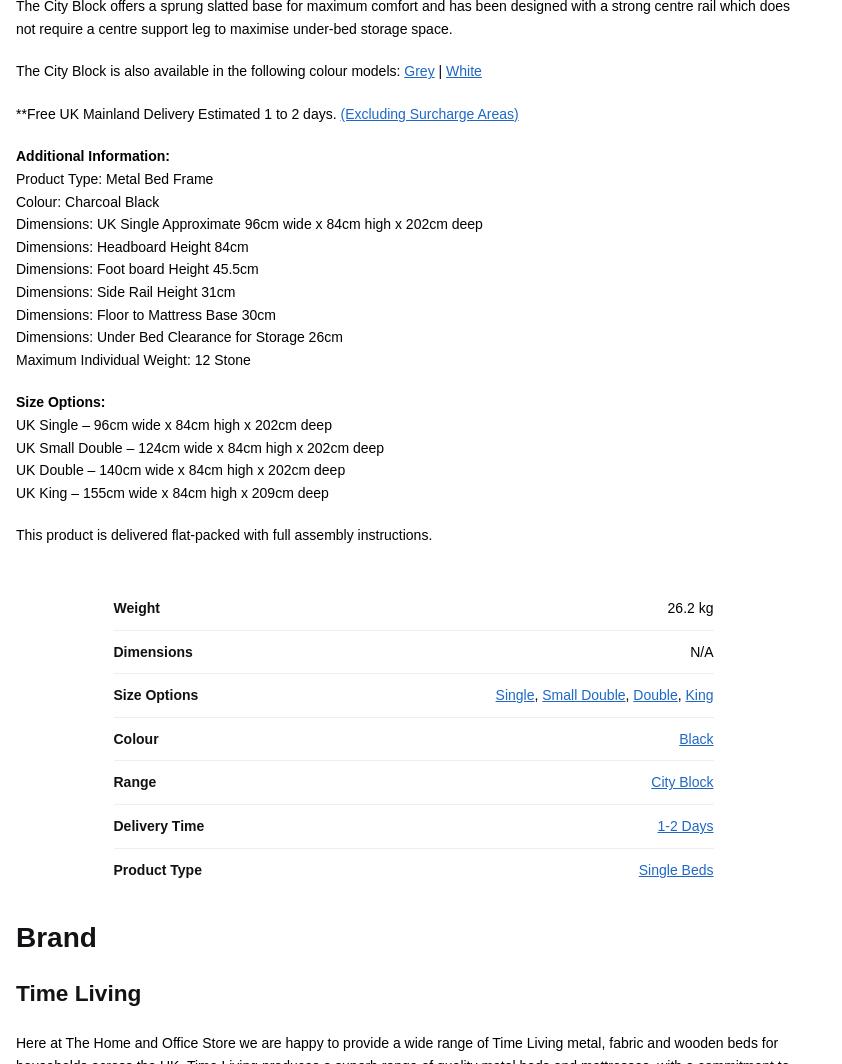  What do you see at coordinates (516, 656) in the screenshot?
I see `'King Size Beds'` at bounding box center [516, 656].